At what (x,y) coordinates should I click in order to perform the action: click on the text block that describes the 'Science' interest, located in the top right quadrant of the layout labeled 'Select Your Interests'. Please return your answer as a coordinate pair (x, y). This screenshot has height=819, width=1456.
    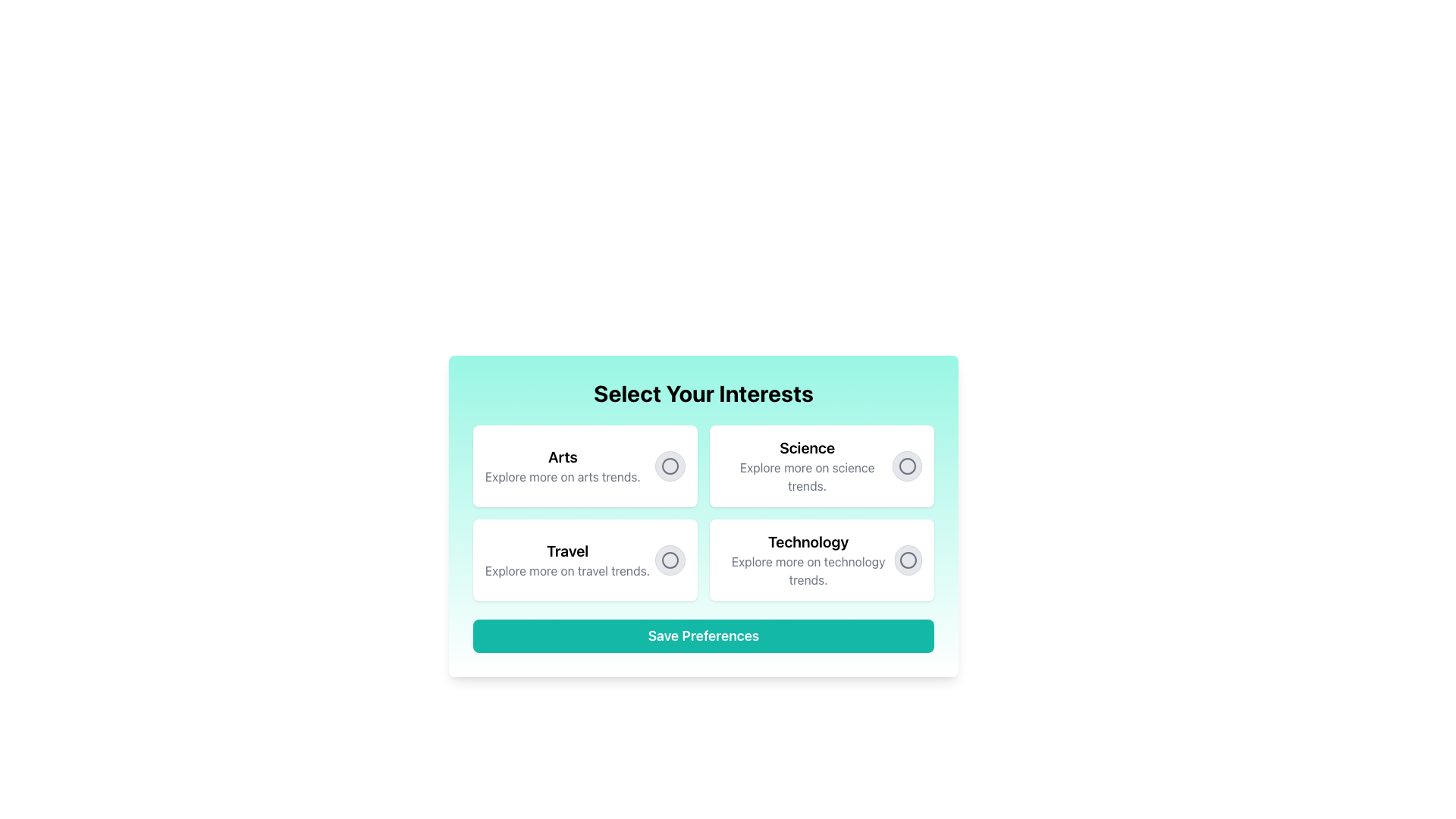
    Looking at the image, I should click on (806, 465).